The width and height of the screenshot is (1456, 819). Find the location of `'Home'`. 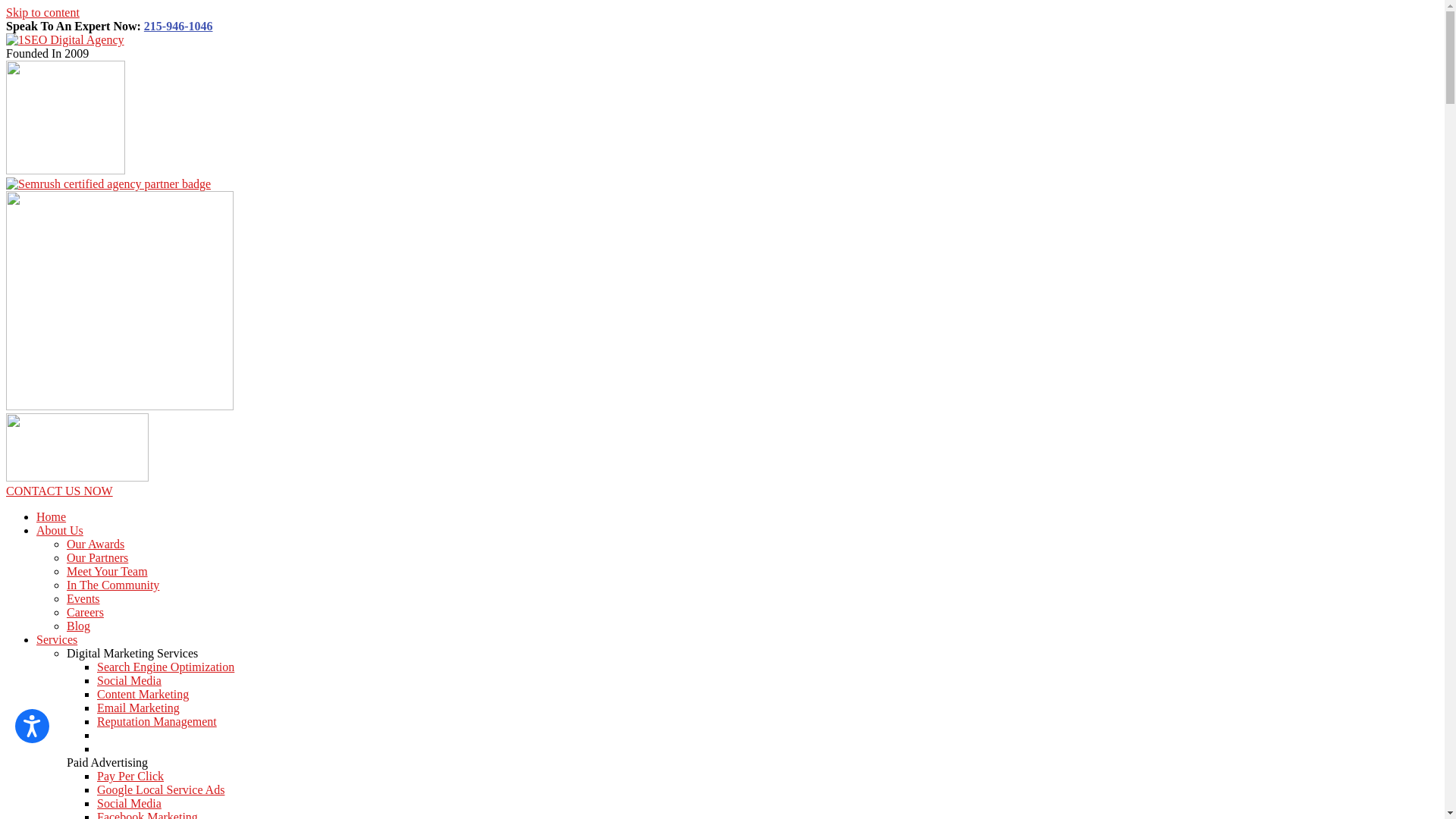

'Home' is located at coordinates (51, 516).